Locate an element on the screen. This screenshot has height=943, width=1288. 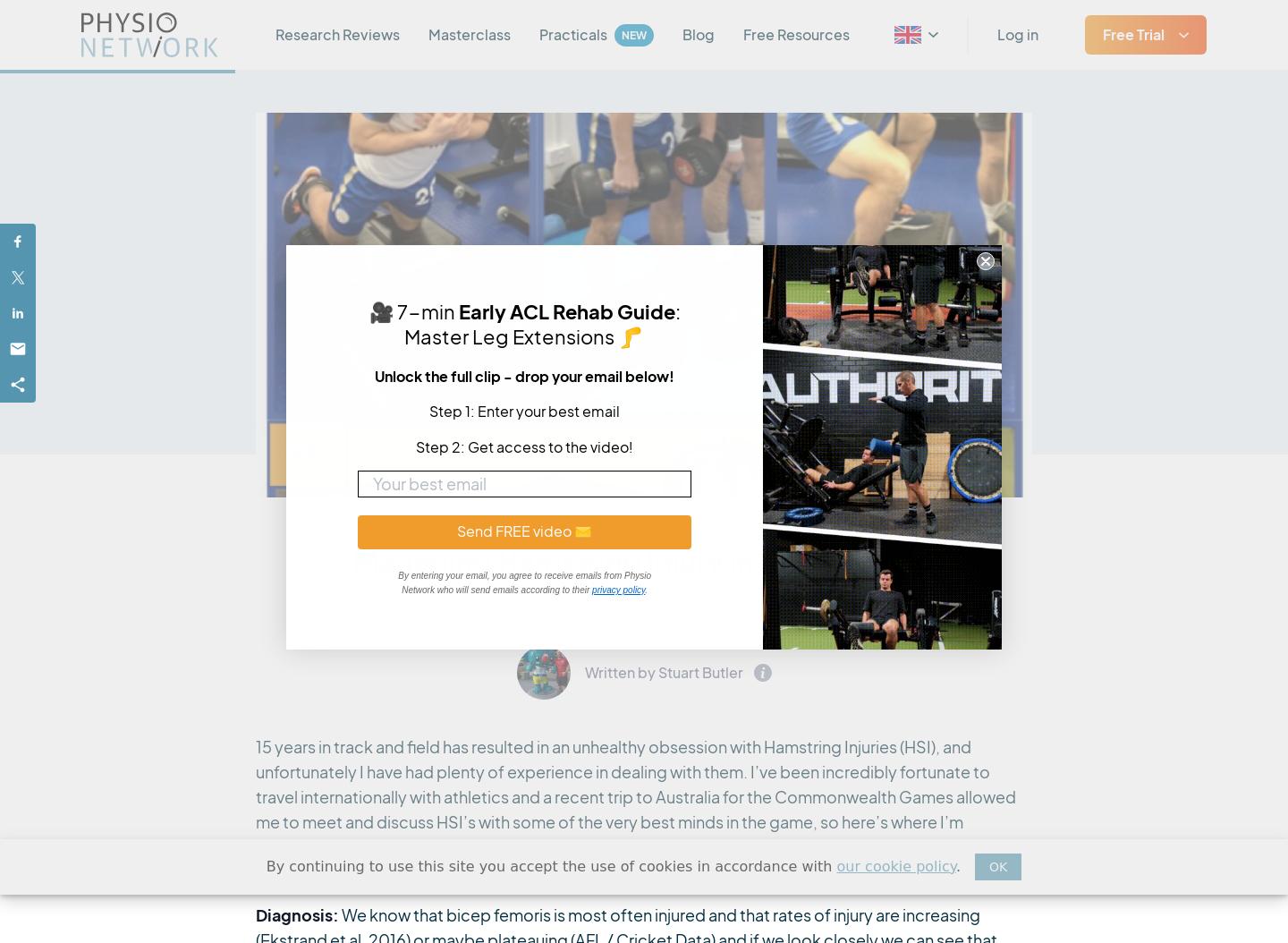
'Written by Stuart Butler' is located at coordinates (662, 672).